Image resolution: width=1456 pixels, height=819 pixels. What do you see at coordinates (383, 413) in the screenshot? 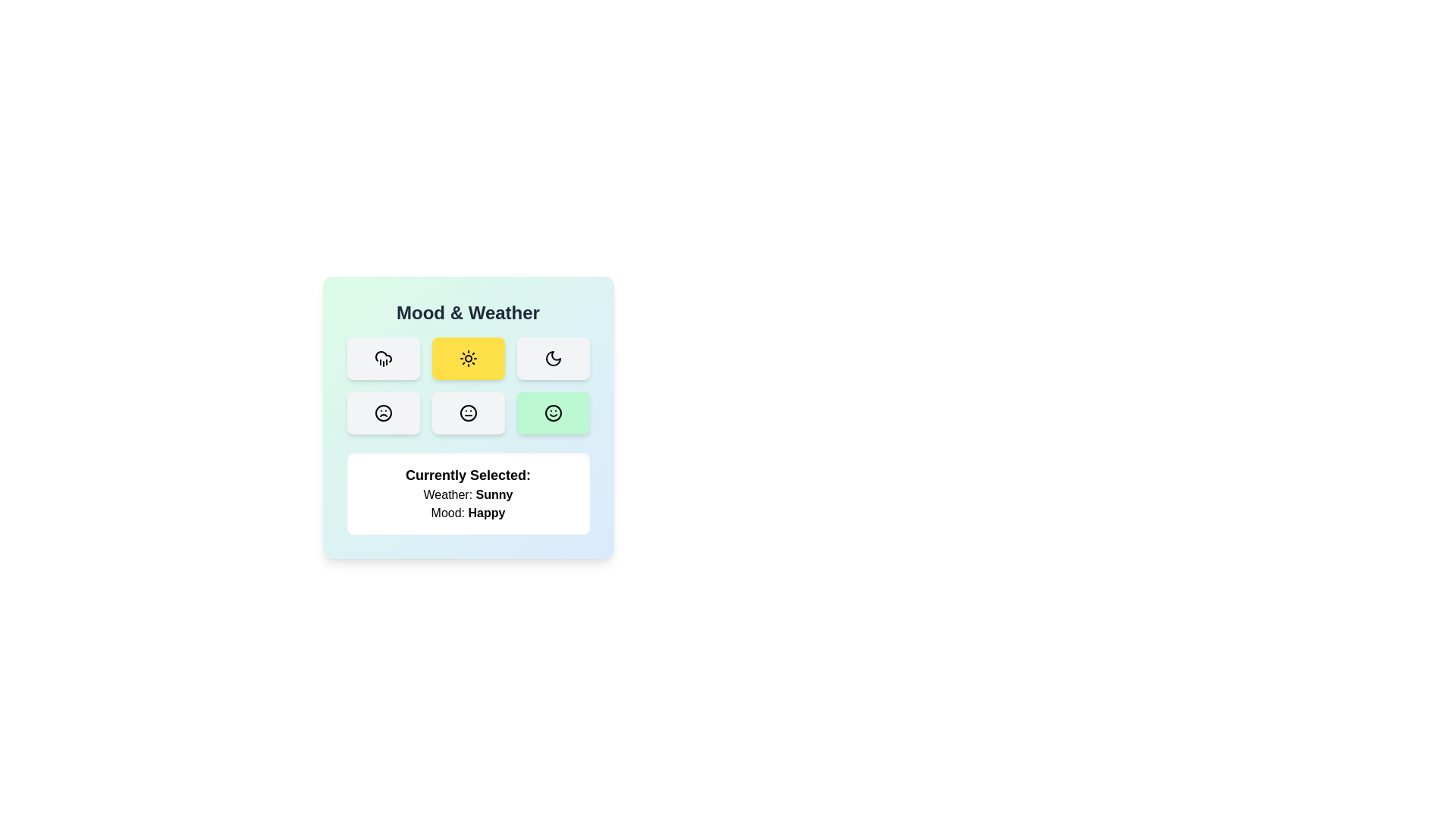
I see `the sad face icon, which is a circular icon with two dots for eyes and a downward curve for a mouth, located in the bottom row, center column of a 3x3 grid within a card component` at bounding box center [383, 413].